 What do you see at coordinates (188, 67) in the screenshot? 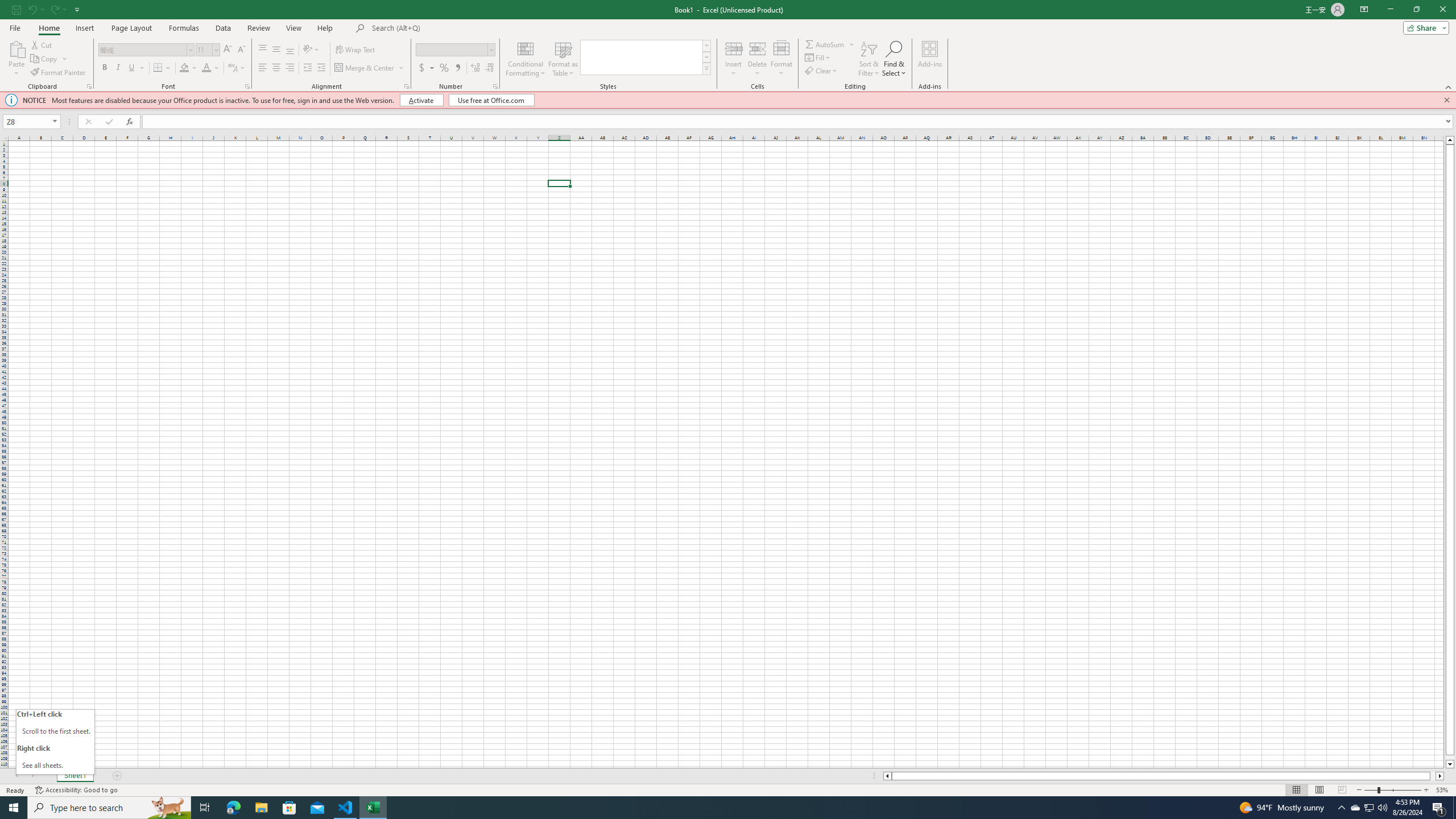
I see `'Fill Color'` at bounding box center [188, 67].